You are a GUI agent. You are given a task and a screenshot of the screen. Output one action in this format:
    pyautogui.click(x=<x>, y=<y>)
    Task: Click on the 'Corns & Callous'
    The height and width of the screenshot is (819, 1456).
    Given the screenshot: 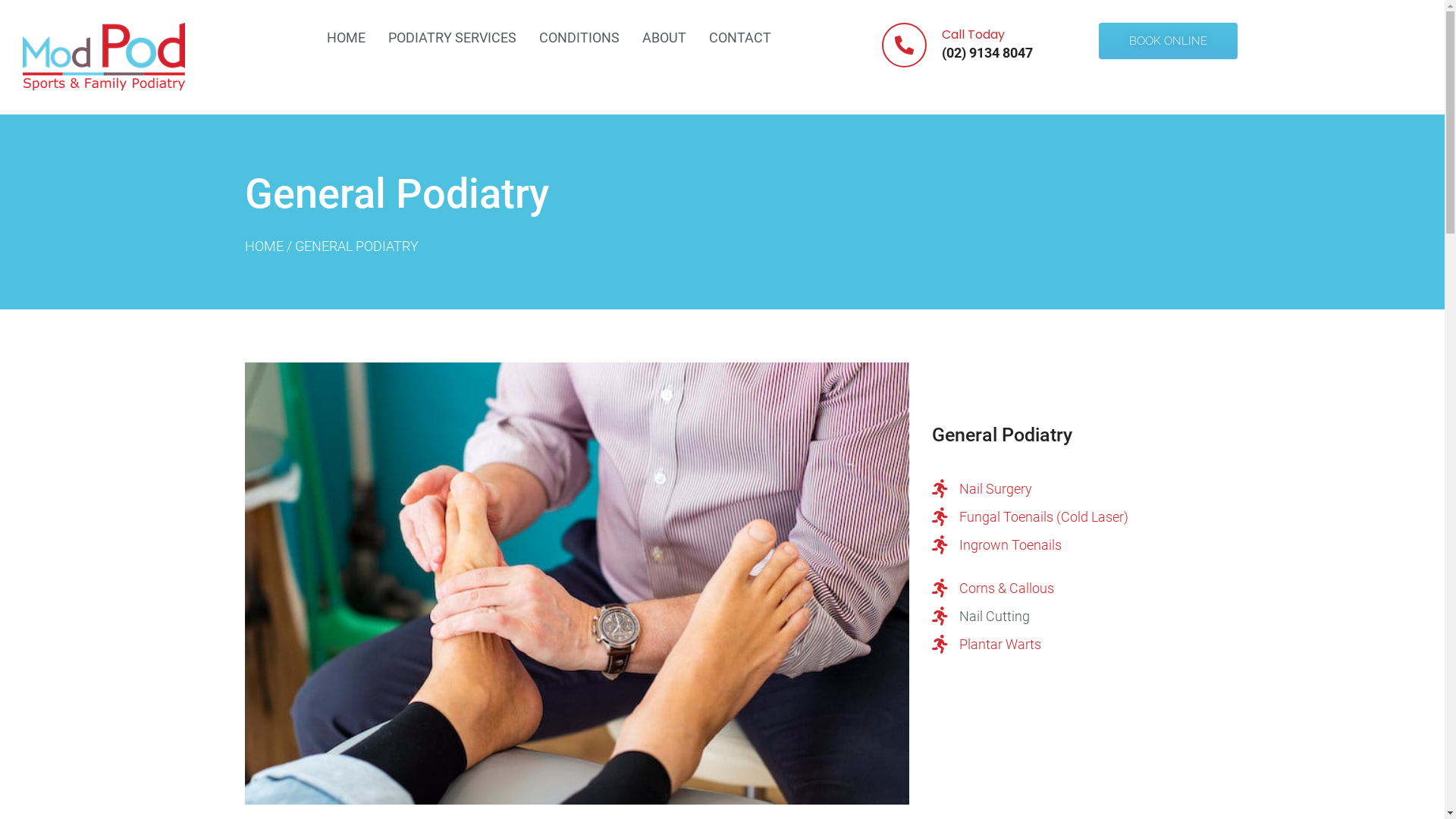 What is the action you would take?
    pyautogui.click(x=1061, y=587)
    